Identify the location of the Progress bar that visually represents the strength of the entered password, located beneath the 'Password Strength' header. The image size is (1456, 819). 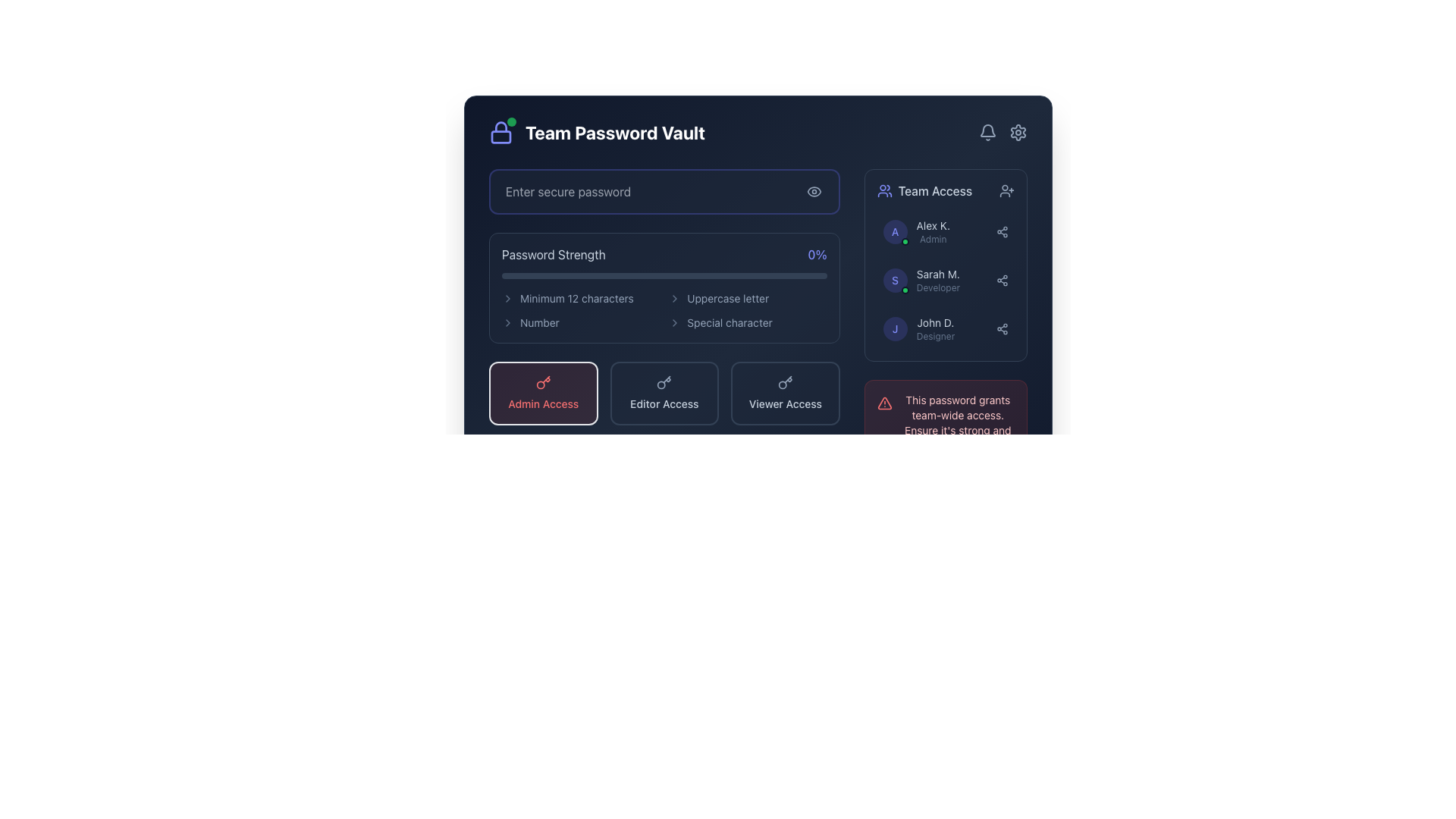
(664, 275).